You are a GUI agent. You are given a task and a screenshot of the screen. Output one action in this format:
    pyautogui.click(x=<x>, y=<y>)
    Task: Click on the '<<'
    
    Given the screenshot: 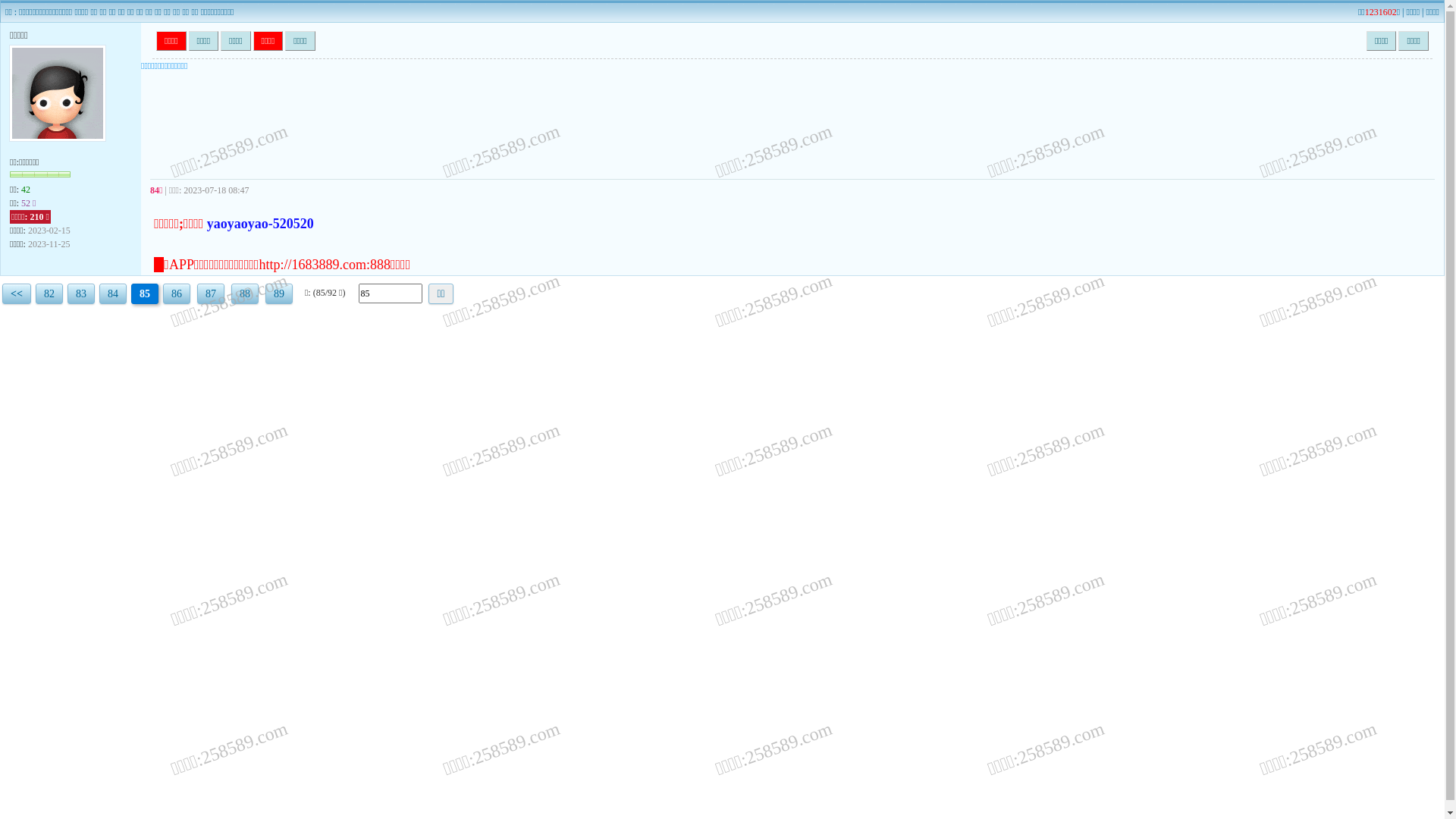 What is the action you would take?
    pyautogui.click(x=17, y=293)
    